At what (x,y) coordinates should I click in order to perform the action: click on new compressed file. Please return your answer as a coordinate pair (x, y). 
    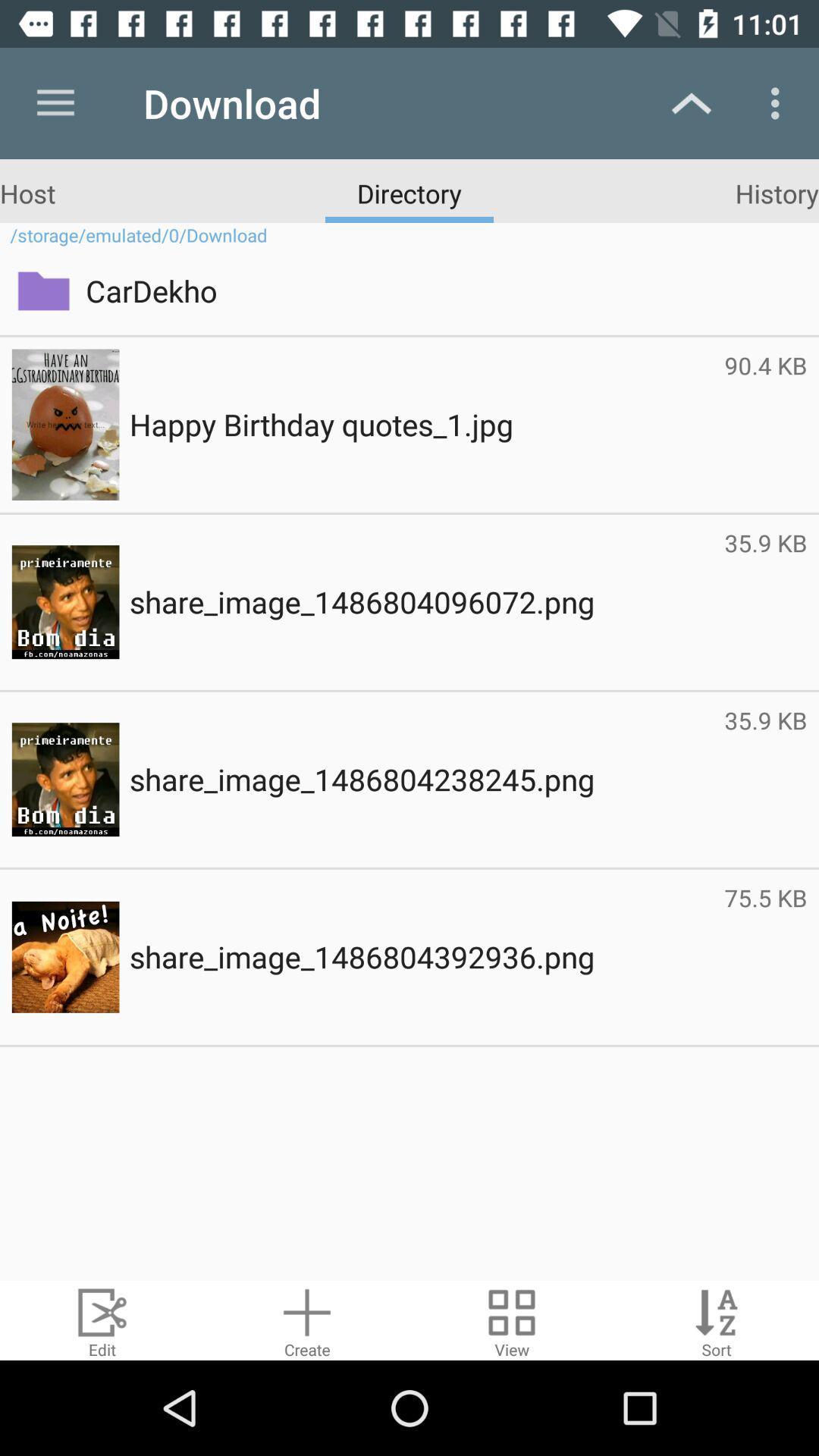
    Looking at the image, I should click on (307, 1319).